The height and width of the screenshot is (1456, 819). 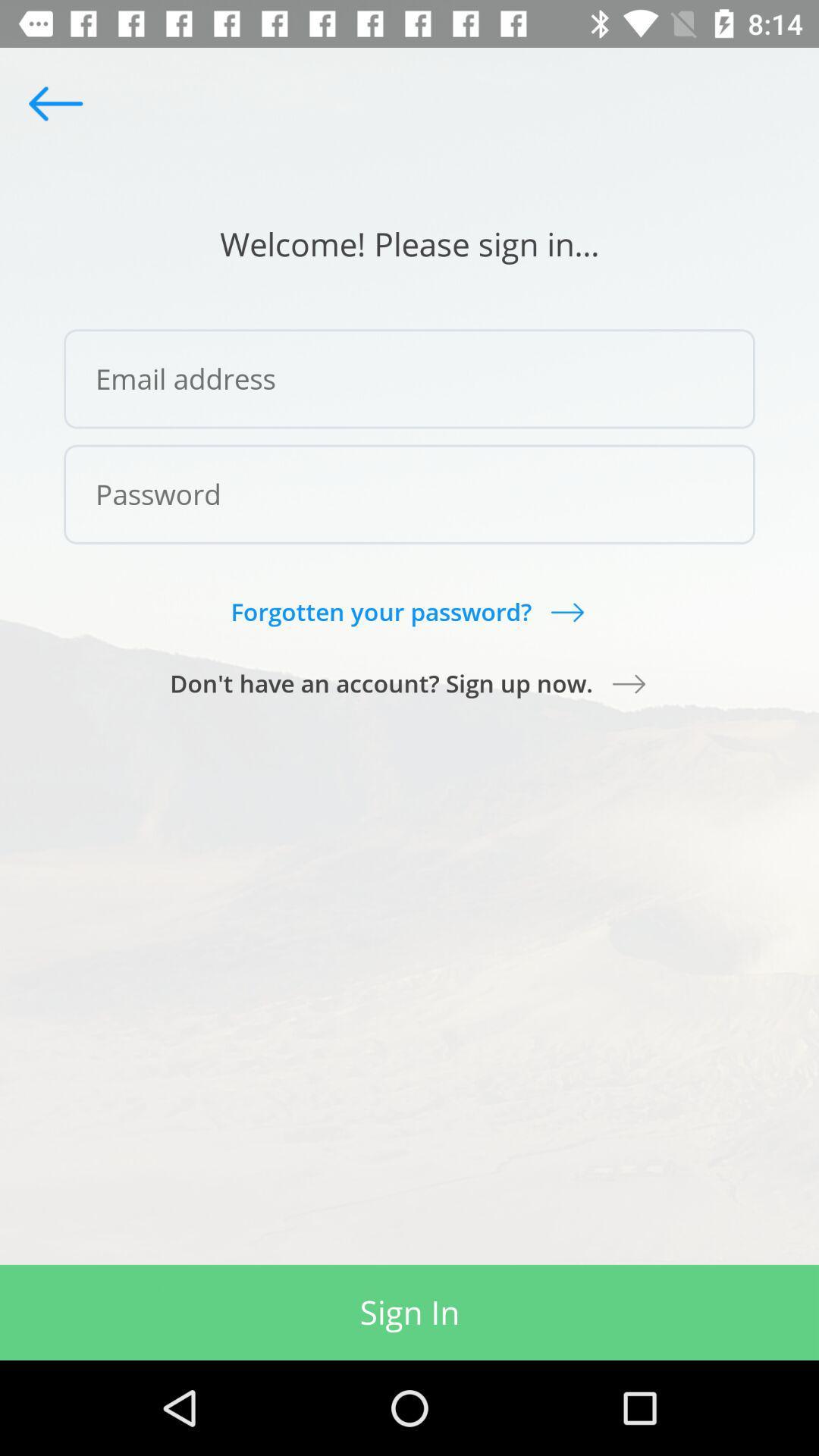 What do you see at coordinates (409, 682) in the screenshot?
I see `item below the forgotten your password?` at bounding box center [409, 682].